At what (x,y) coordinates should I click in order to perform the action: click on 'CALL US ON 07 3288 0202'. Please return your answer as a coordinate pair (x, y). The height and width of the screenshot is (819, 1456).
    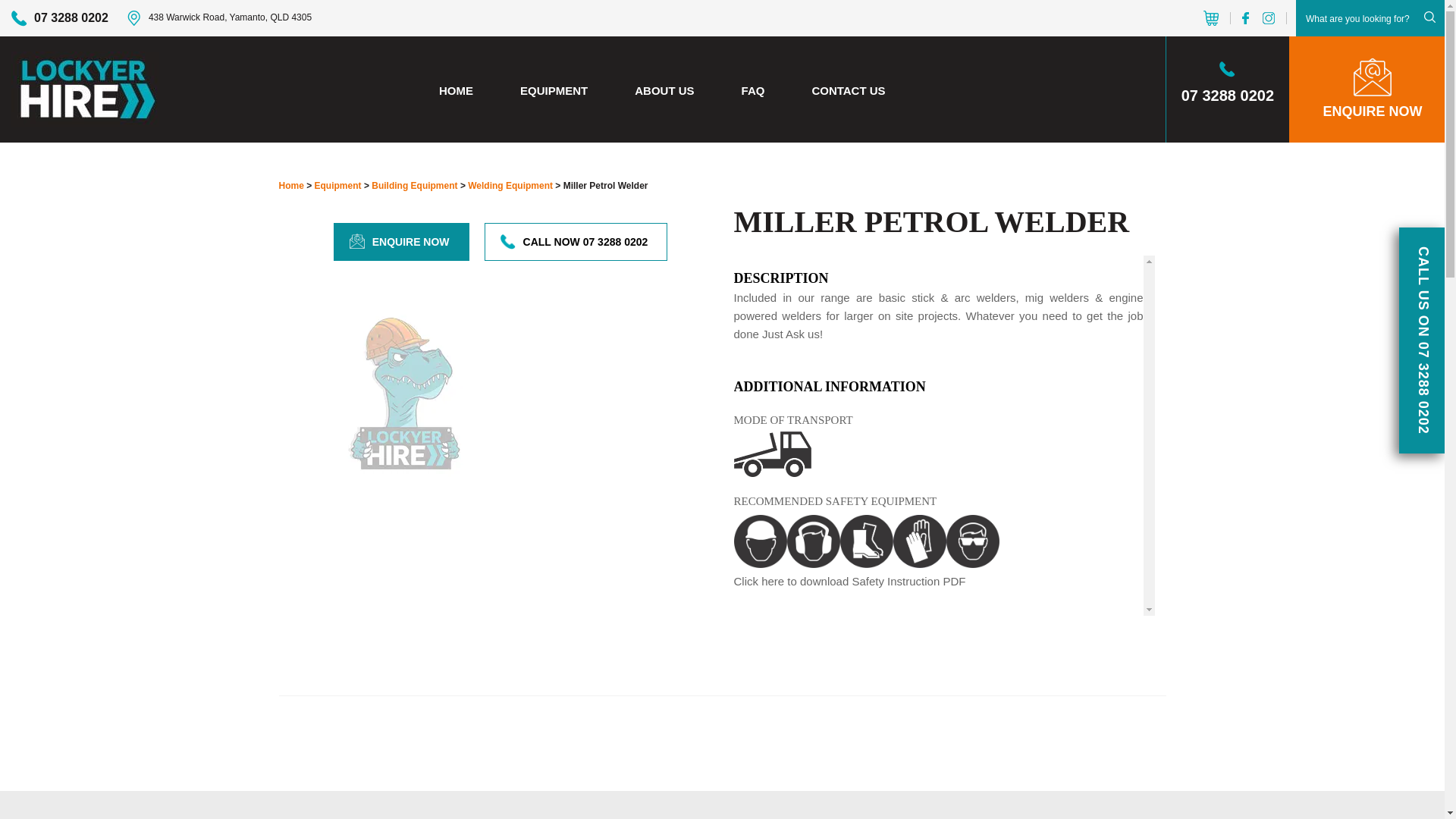
    Looking at the image, I should click on (1398, 339).